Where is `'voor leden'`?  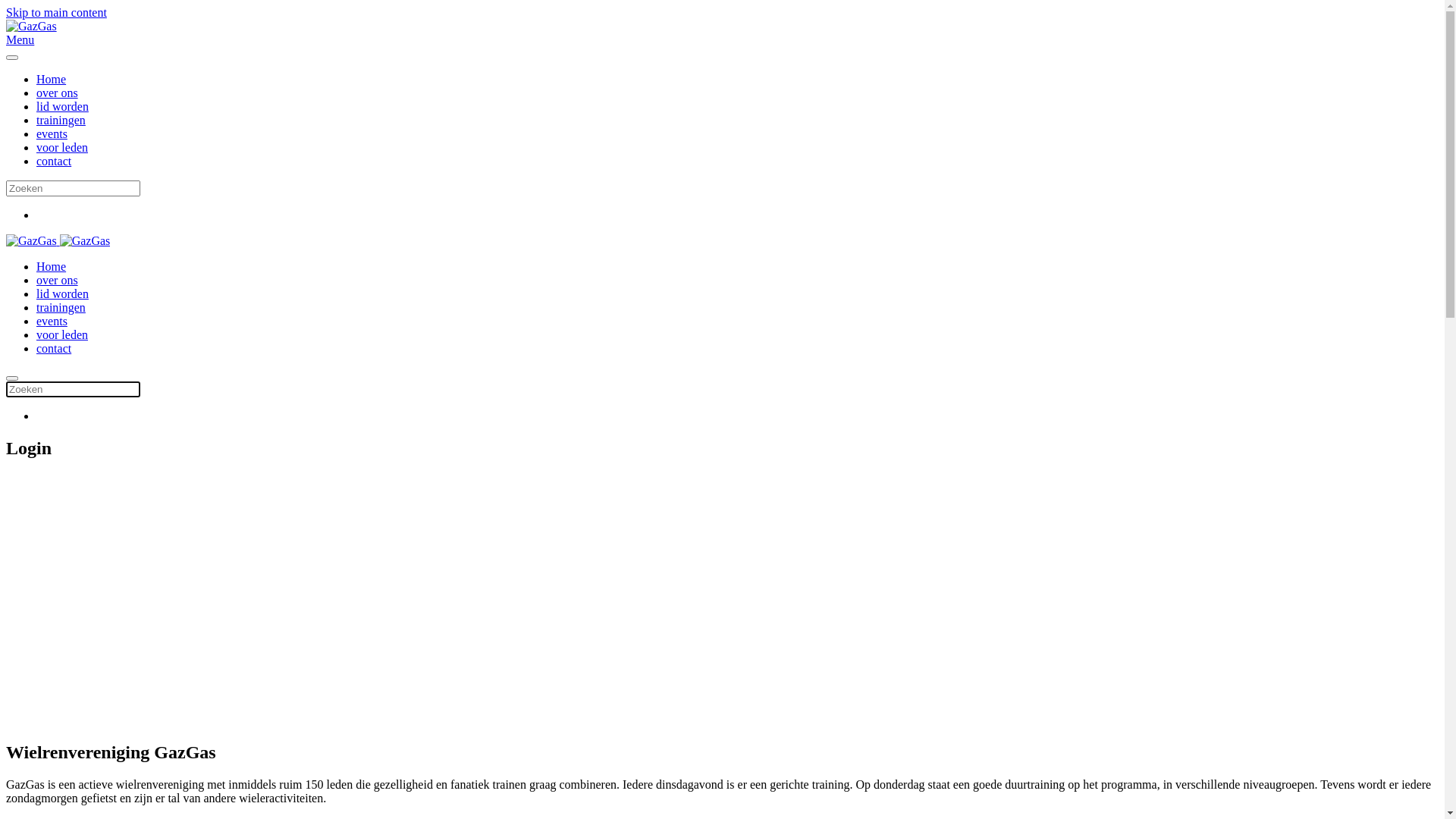 'voor leden' is located at coordinates (61, 334).